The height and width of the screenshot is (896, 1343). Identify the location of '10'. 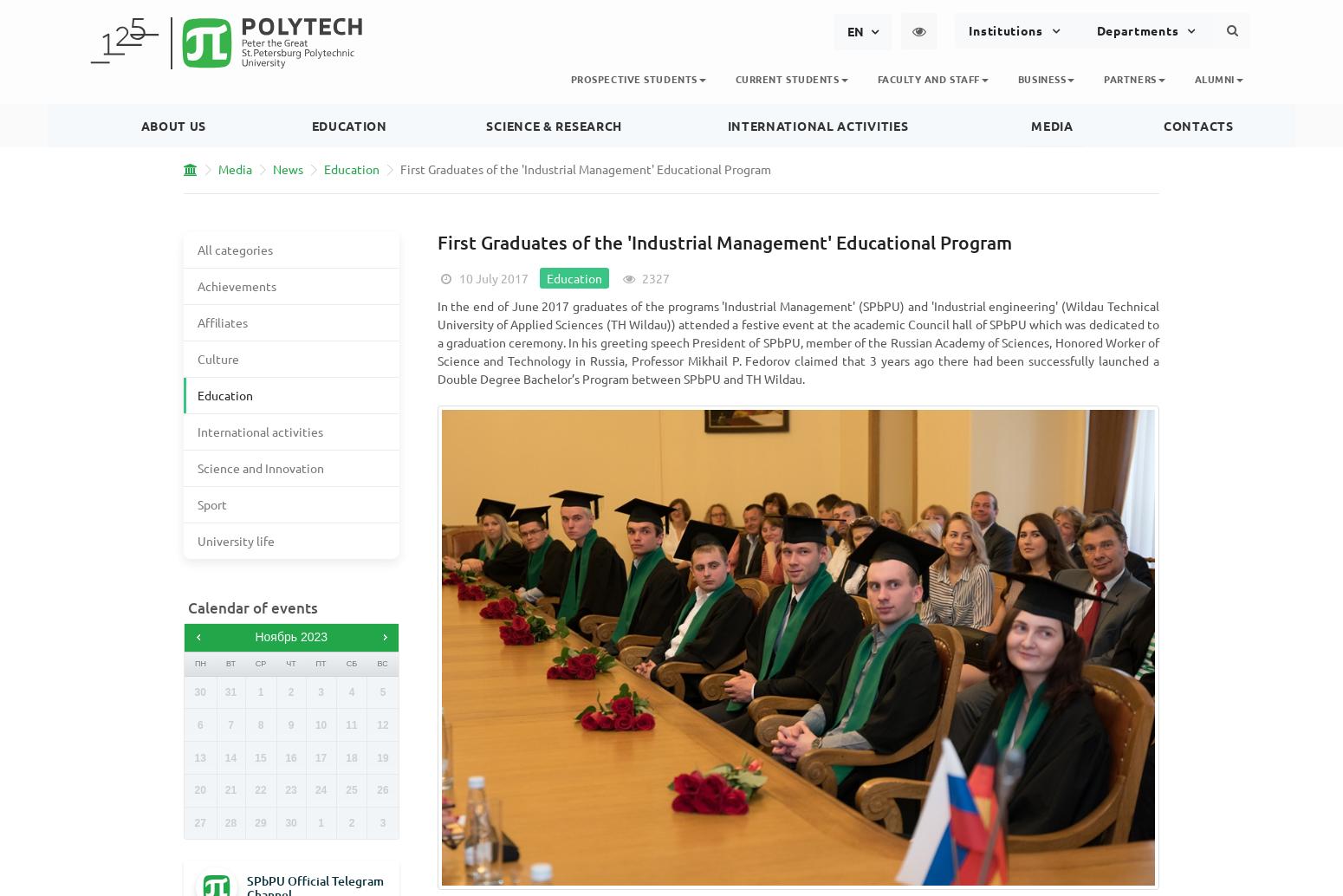
(319, 724).